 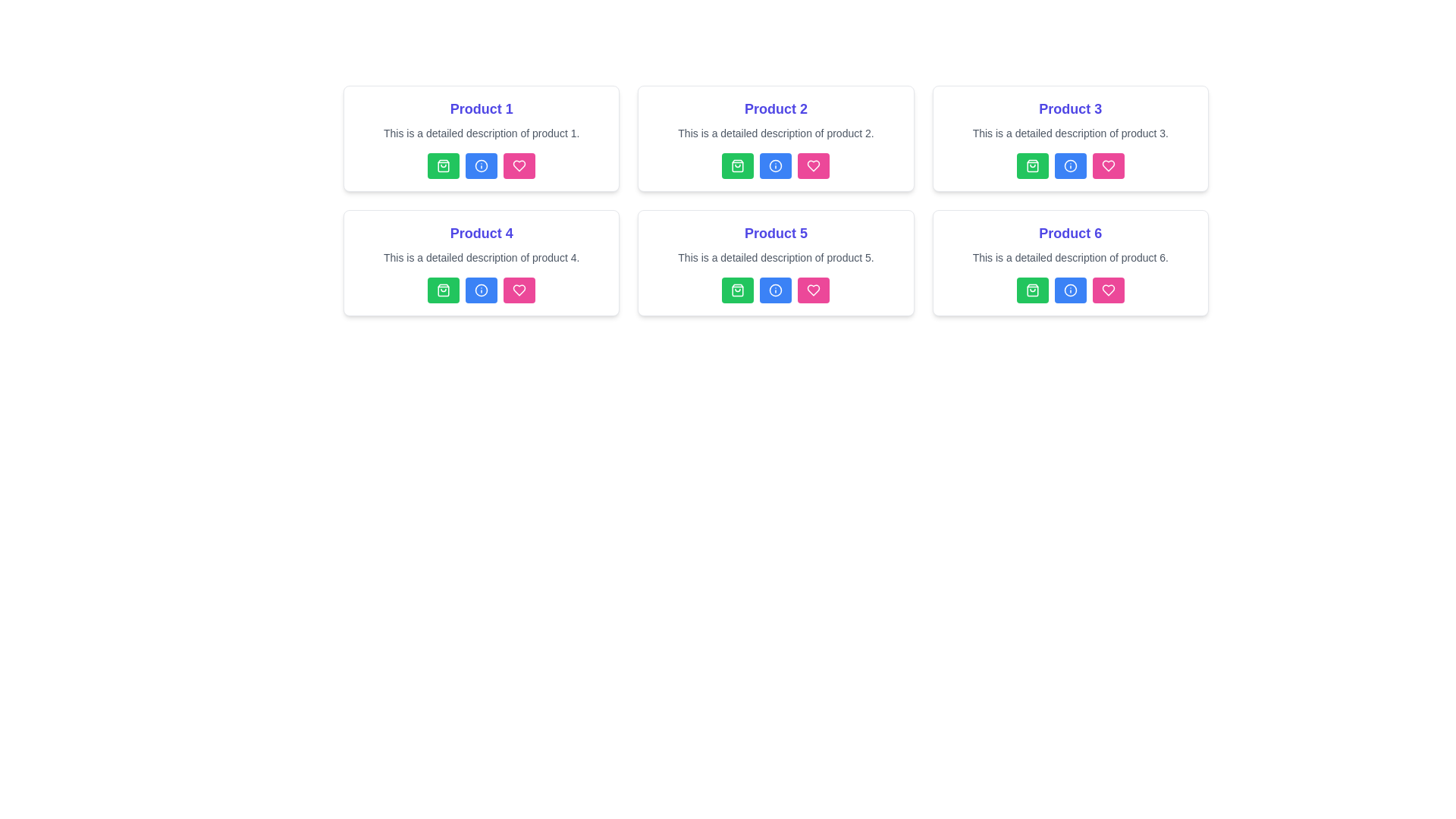 I want to click on the small pink heart icon with an outlined design at the center of the bottom section of the card for Product 5 to favorite the item, so click(x=813, y=290).